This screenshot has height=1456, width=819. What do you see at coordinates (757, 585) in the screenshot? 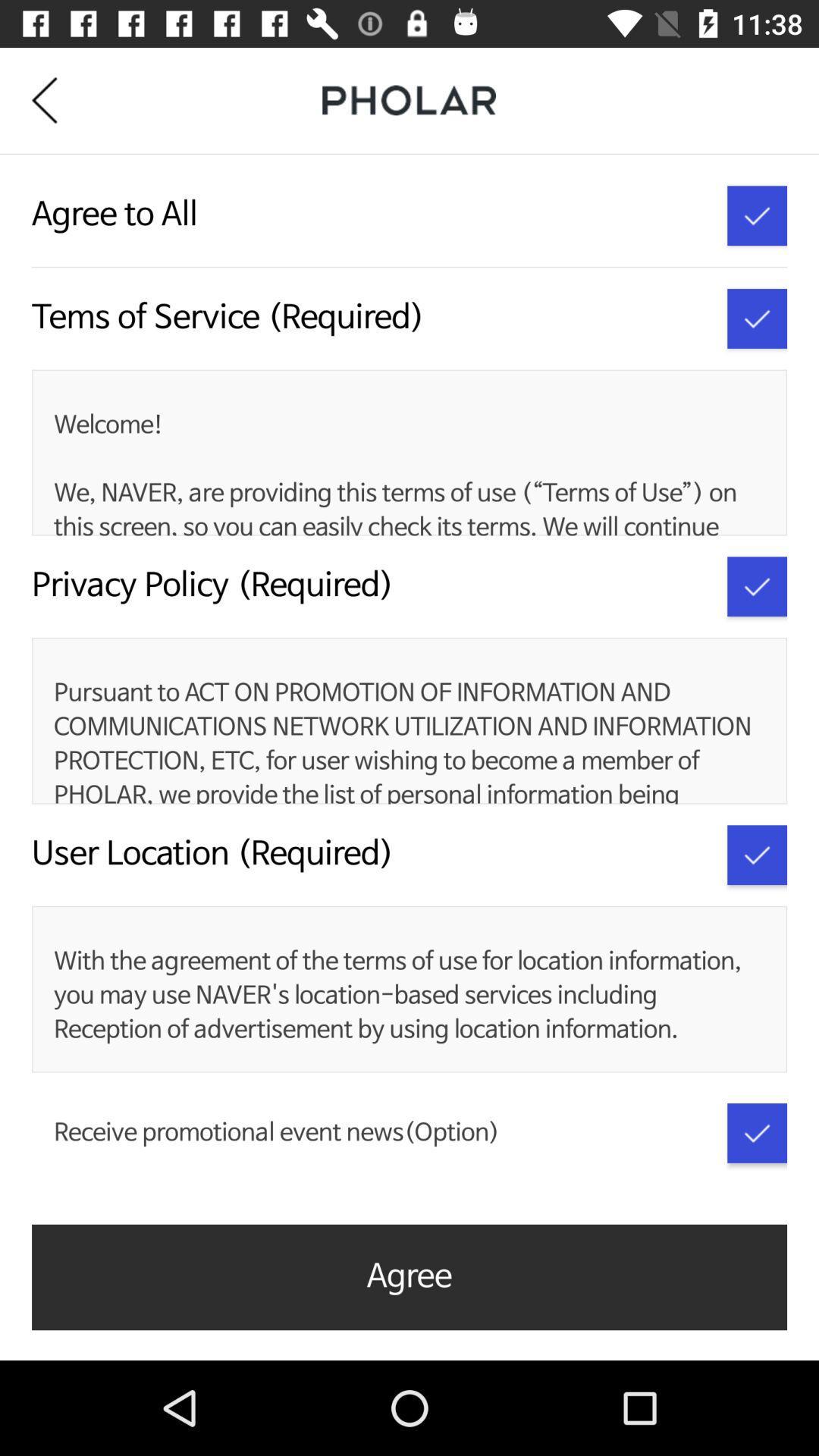
I see `policy option` at bounding box center [757, 585].